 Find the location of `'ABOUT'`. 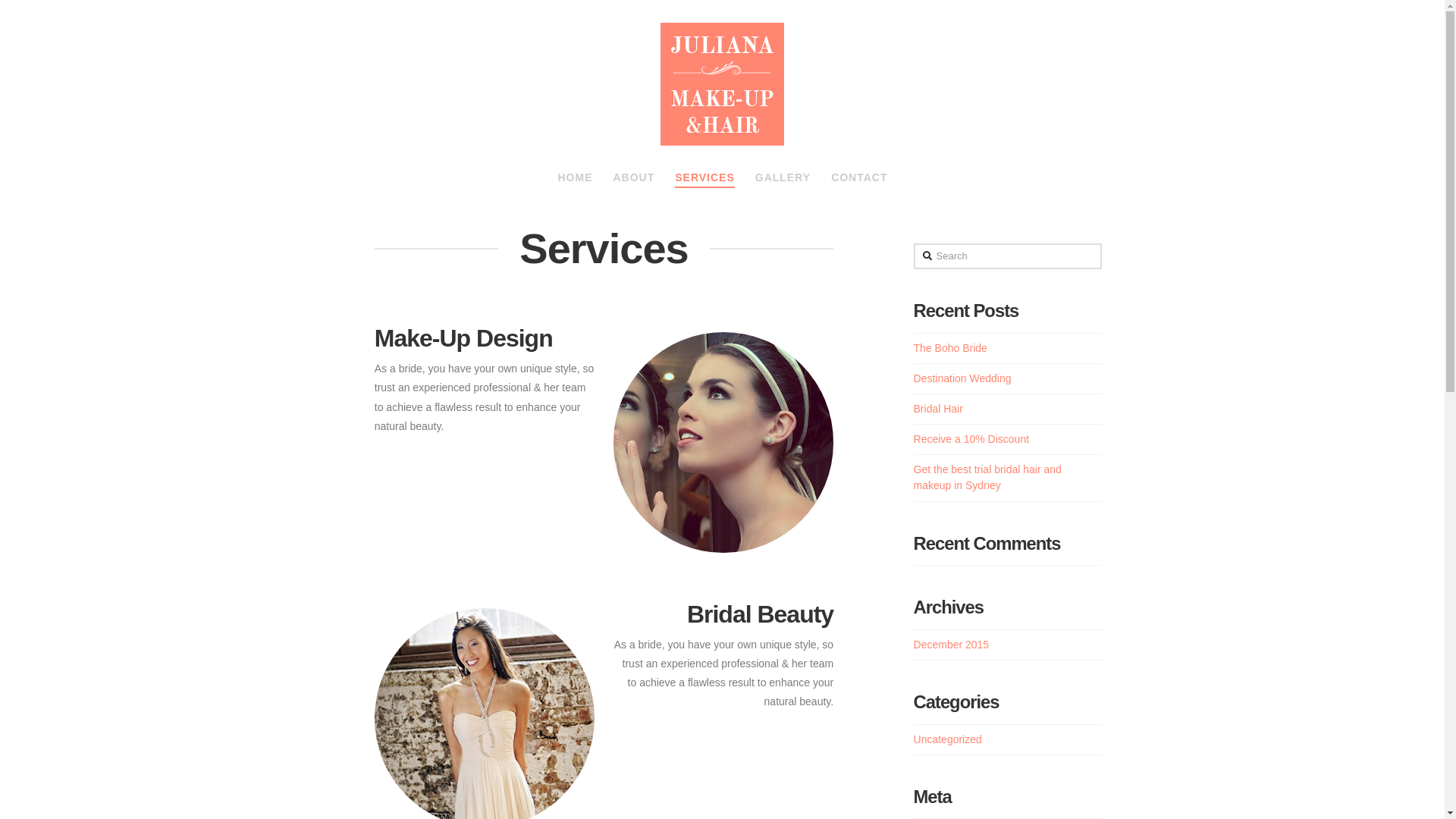

'ABOUT' is located at coordinates (601, 178).